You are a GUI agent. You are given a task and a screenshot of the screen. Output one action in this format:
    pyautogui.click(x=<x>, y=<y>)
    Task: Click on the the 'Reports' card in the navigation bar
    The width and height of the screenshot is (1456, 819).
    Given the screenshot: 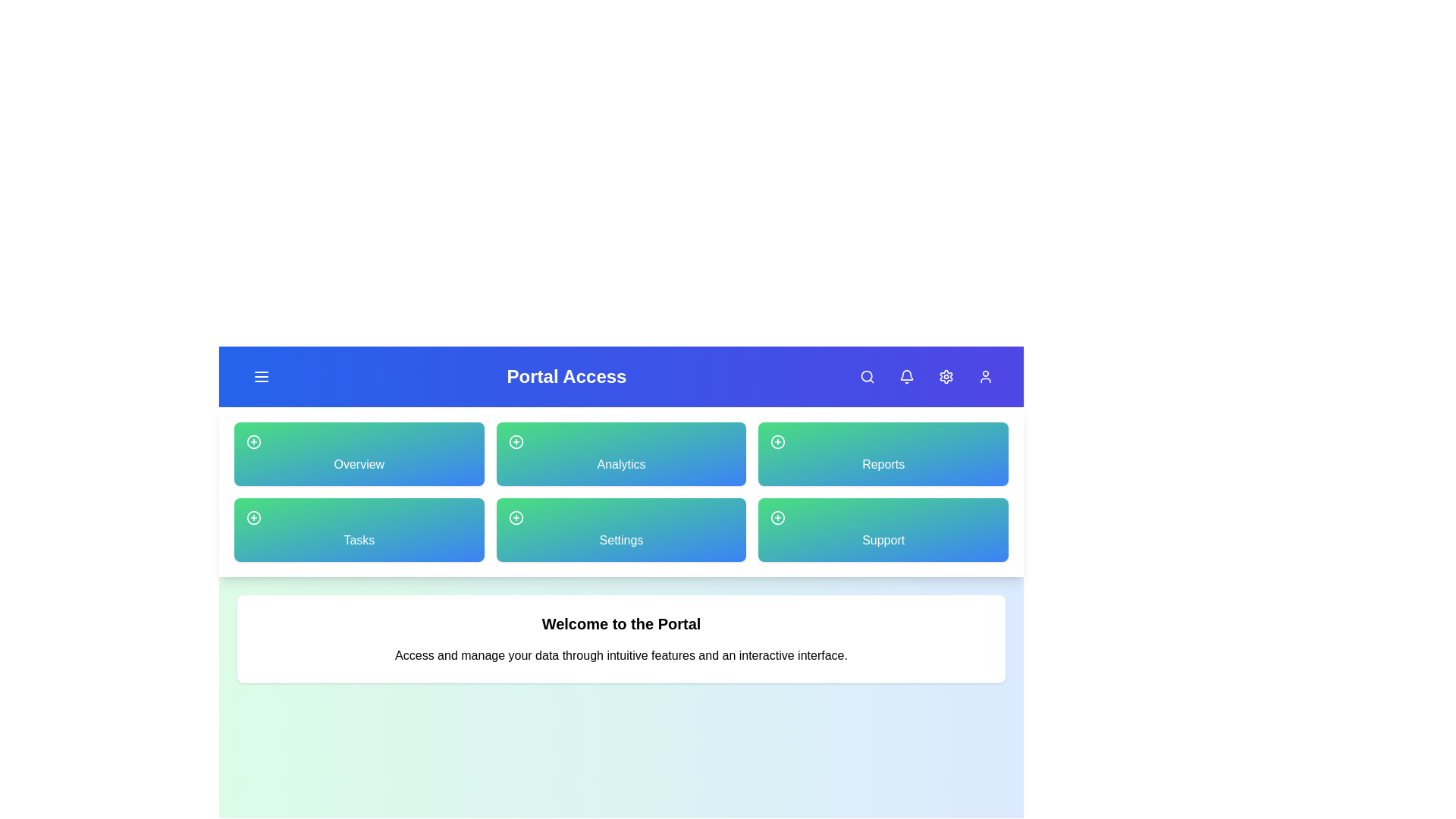 What is the action you would take?
    pyautogui.click(x=883, y=453)
    